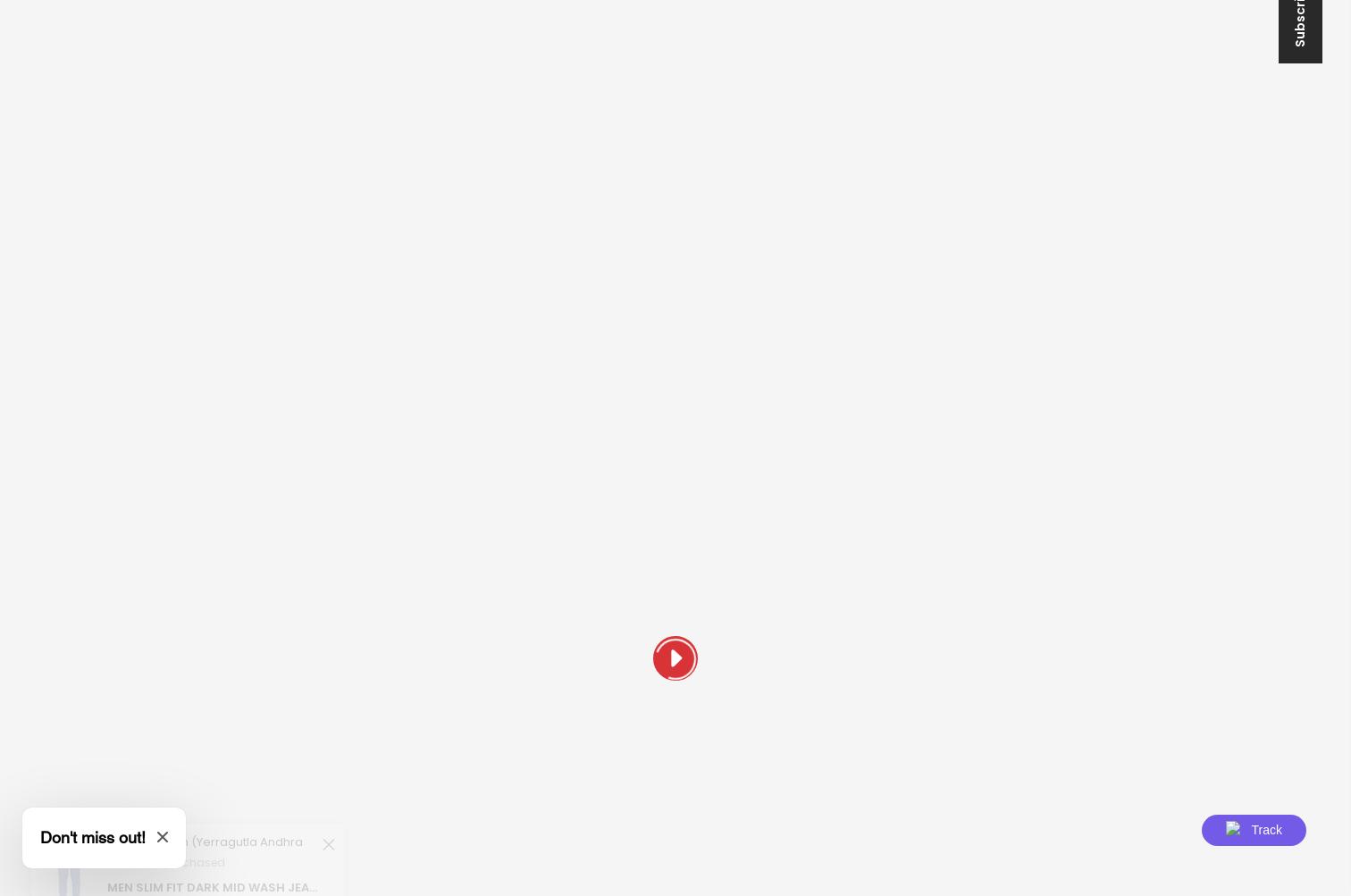  Describe the element at coordinates (331, 411) in the screenshot. I see `'Coimbatore-641018.'` at that location.